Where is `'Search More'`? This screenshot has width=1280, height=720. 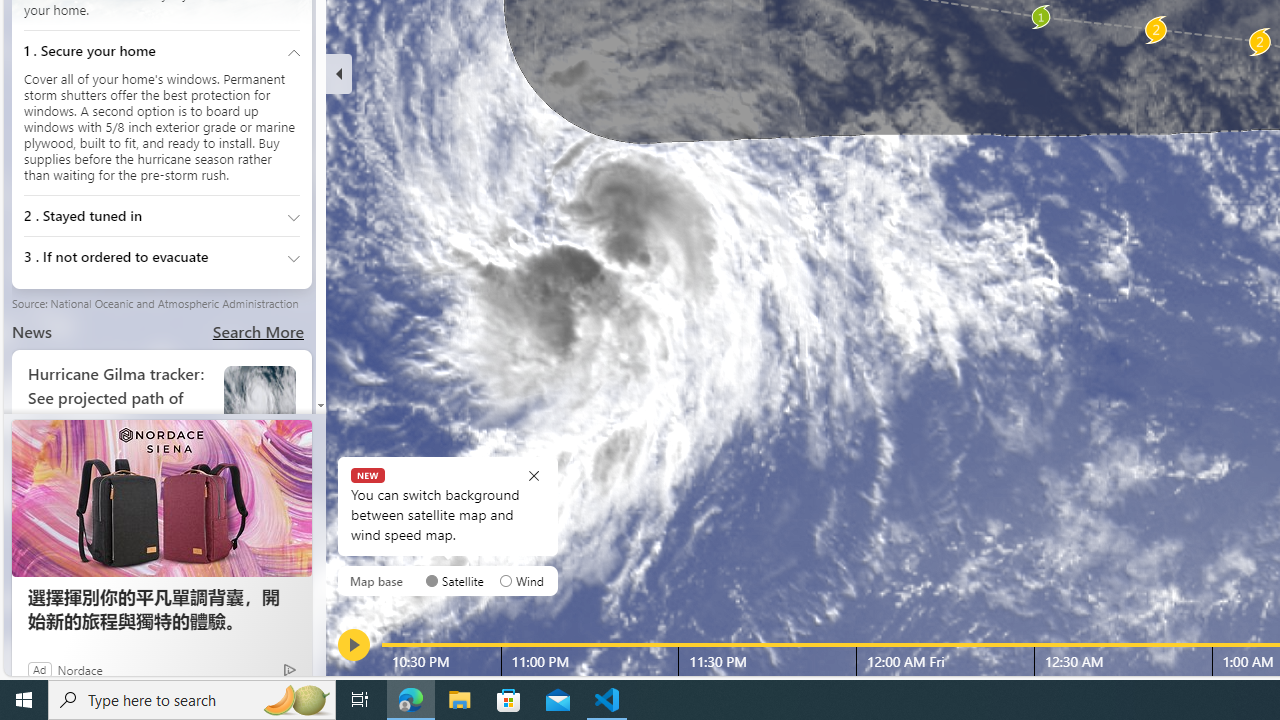
'Search More' is located at coordinates (257, 330).